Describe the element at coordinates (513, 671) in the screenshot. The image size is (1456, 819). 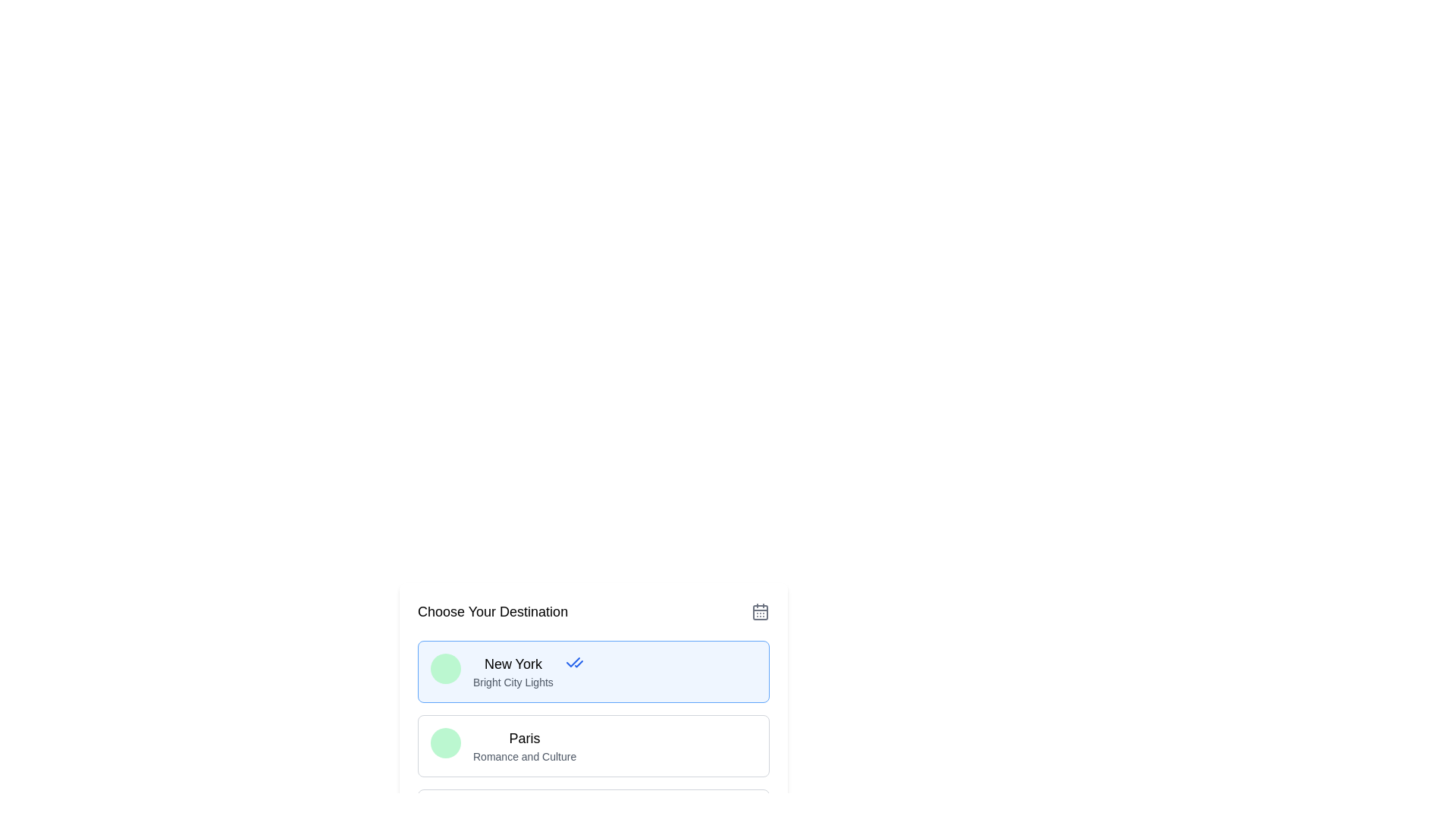
I see `the text label element describing the destination 'New York'` at that location.